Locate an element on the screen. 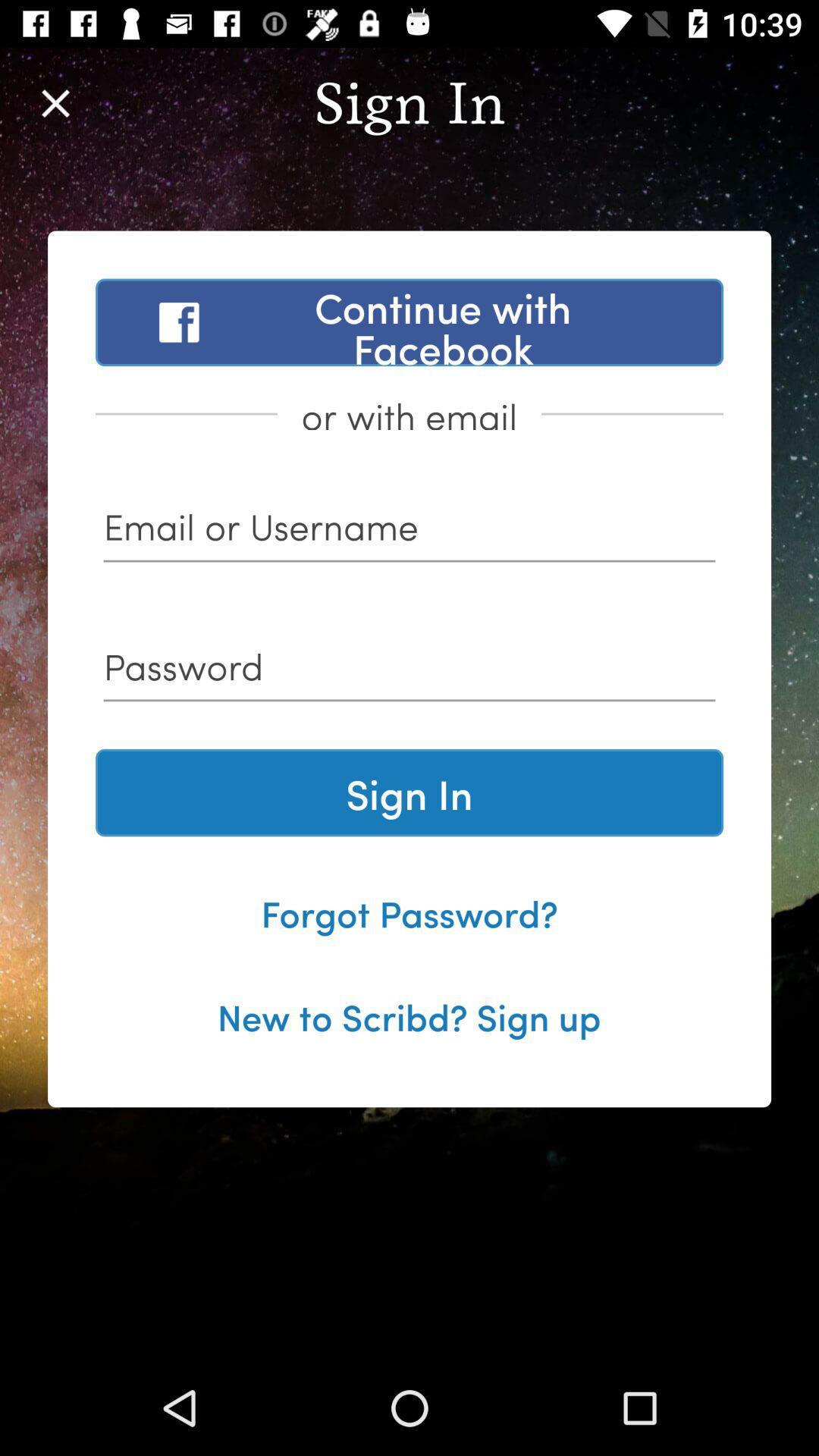  the icon below sign in icon is located at coordinates (409, 912).